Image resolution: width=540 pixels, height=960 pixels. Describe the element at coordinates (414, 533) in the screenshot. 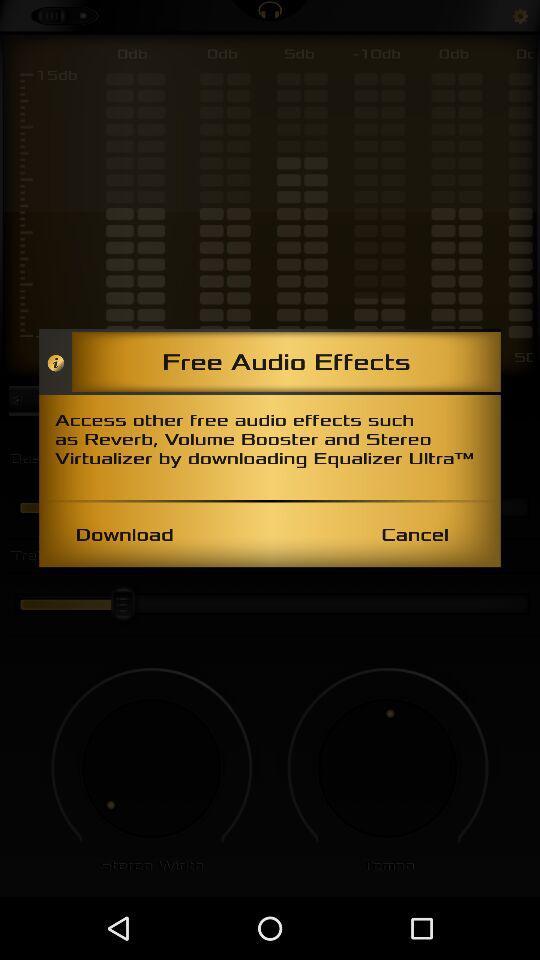

I see `the item to the right of the download item` at that location.